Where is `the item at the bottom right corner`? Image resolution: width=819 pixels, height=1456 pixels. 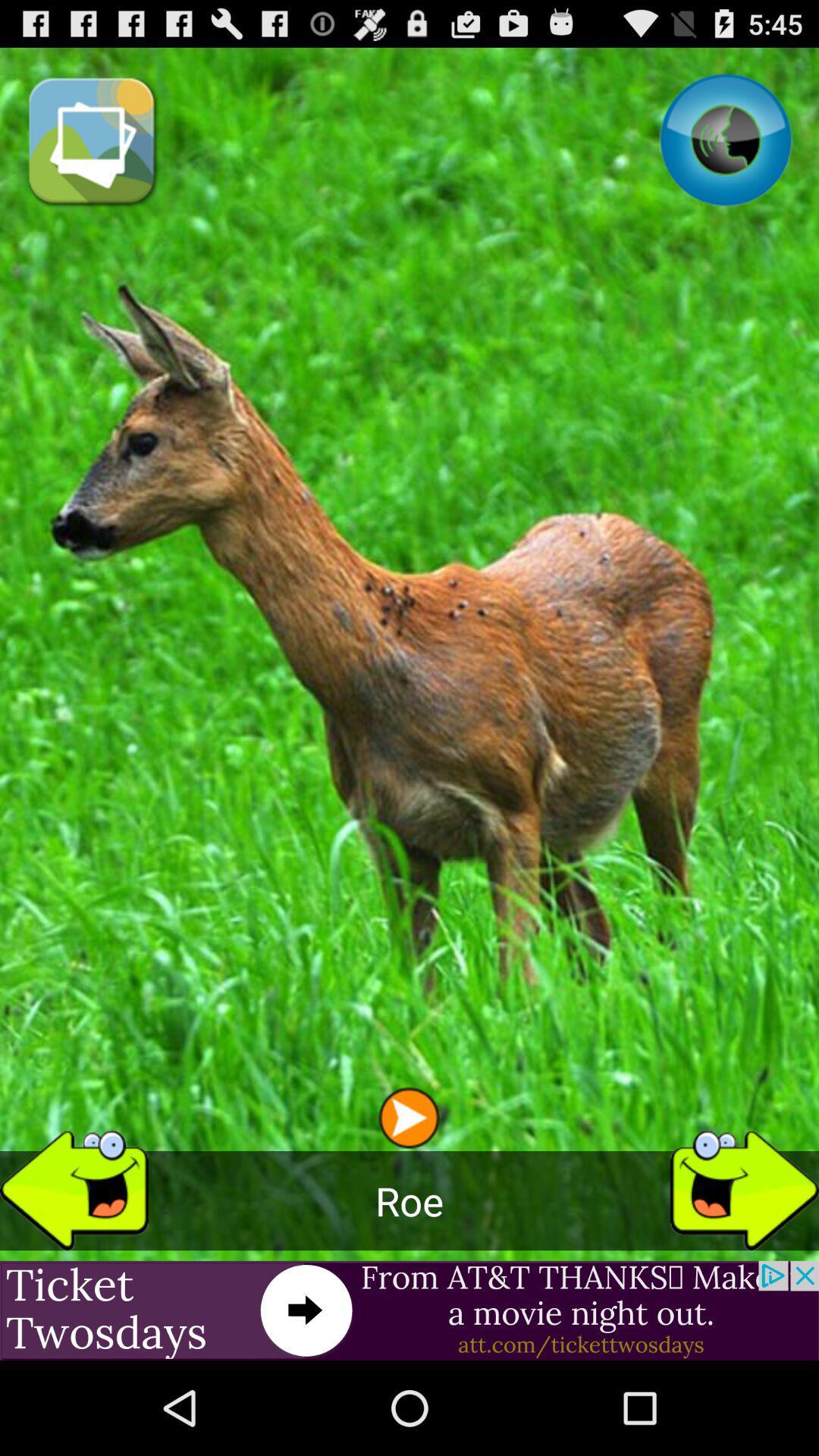
the item at the bottom right corner is located at coordinates (744, 1183).